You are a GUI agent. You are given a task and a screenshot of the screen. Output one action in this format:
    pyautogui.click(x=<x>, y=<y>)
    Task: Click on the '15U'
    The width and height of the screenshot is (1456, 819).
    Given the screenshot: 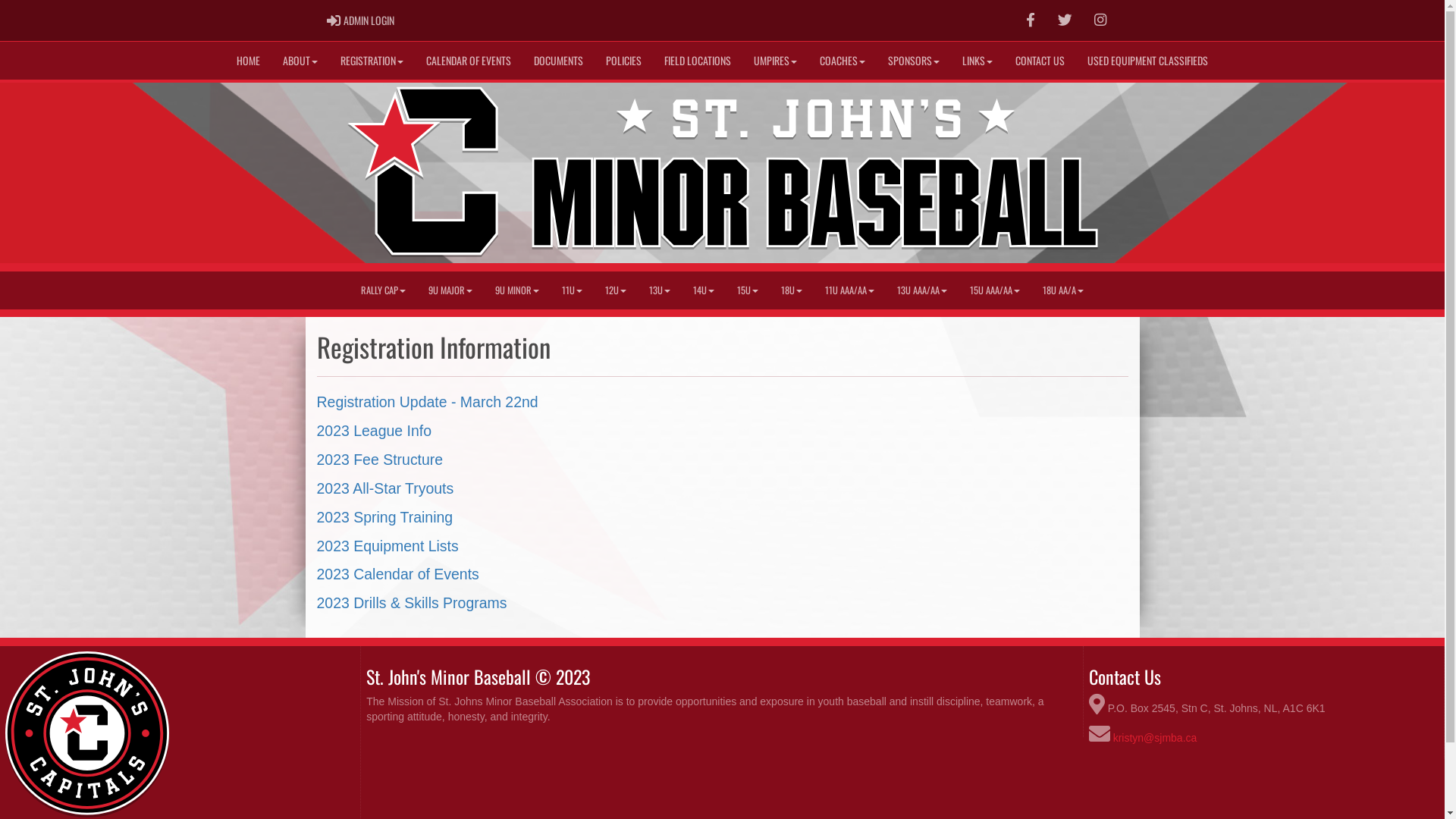 What is the action you would take?
    pyautogui.click(x=724, y=290)
    